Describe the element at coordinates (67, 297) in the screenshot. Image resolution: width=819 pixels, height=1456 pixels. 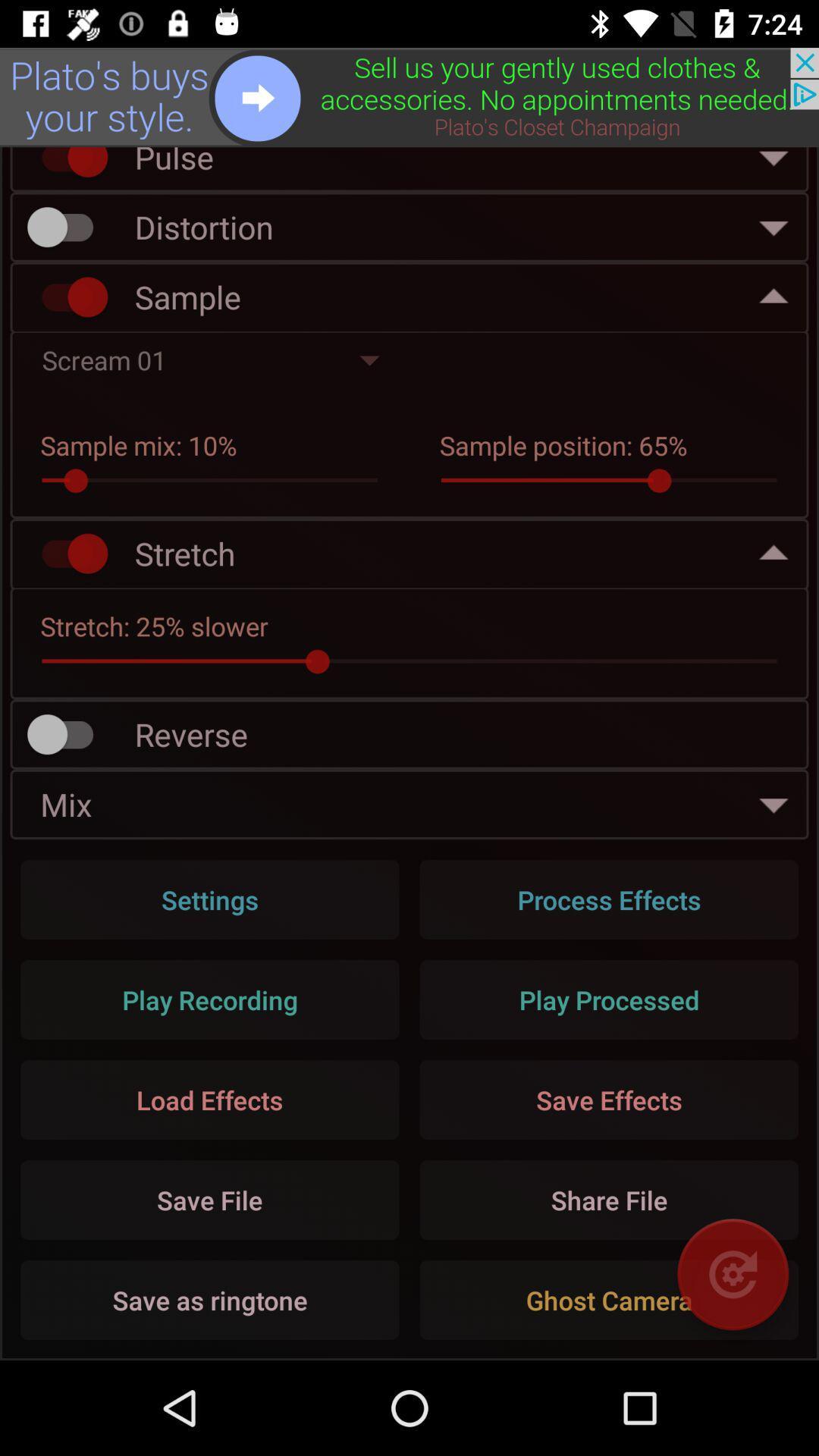
I see `on` at that location.